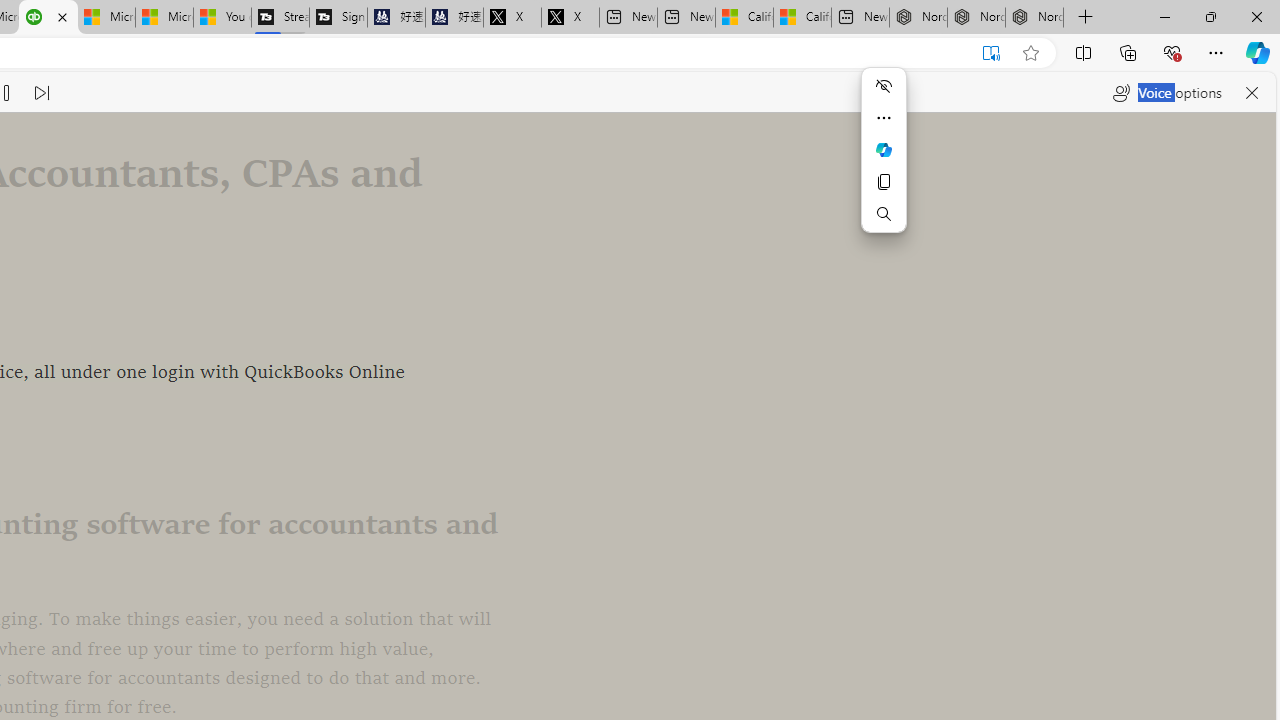 The image size is (1280, 720). What do you see at coordinates (1251, 92) in the screenshot?
I see `'Close read aloud'` at bounding box center [1251, 92].